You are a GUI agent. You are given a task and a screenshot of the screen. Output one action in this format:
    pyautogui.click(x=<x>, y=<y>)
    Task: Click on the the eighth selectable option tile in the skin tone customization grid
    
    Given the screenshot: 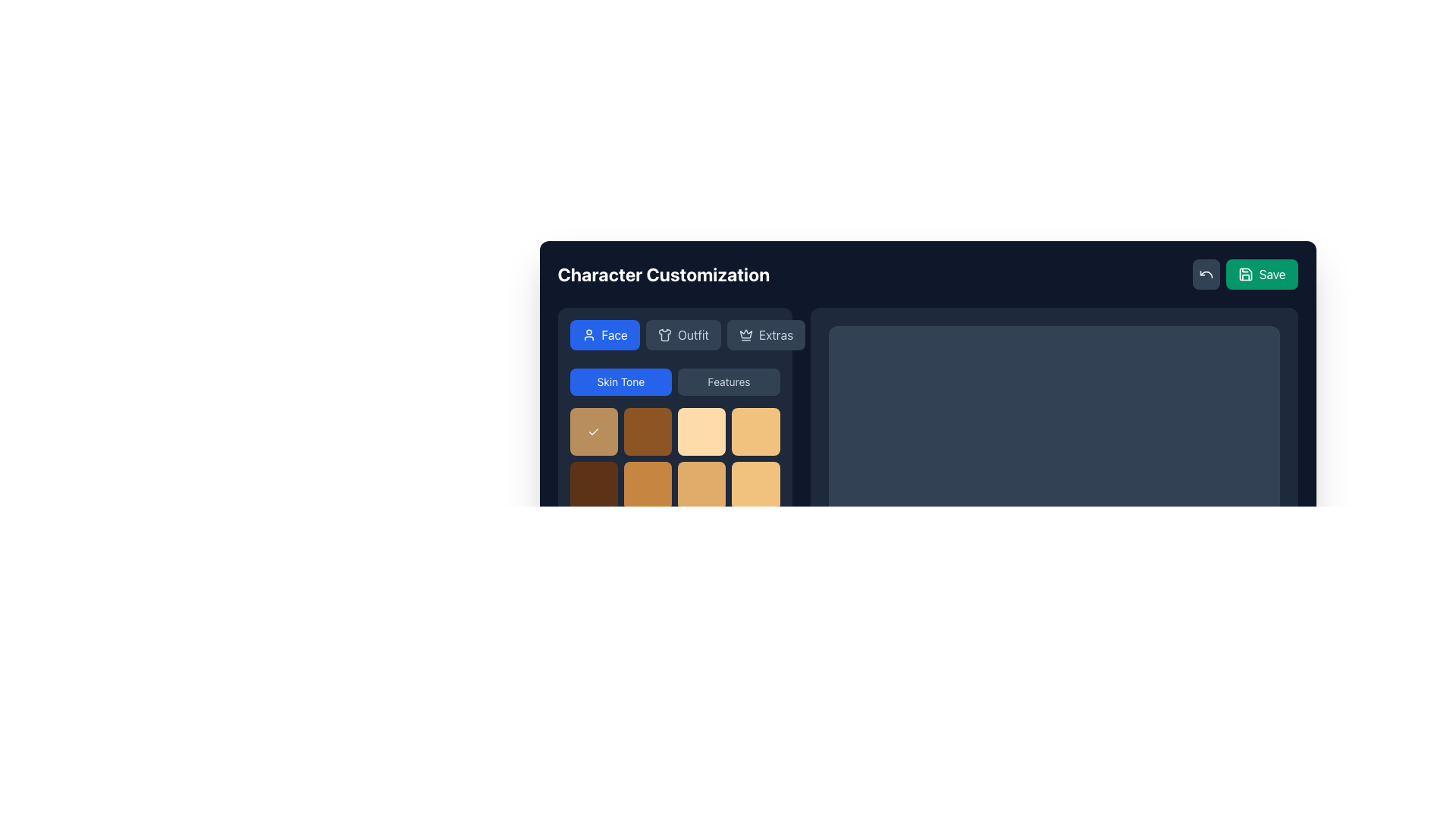 What is the action you would take?
    pyautogui.click(x=648, y=485)
    